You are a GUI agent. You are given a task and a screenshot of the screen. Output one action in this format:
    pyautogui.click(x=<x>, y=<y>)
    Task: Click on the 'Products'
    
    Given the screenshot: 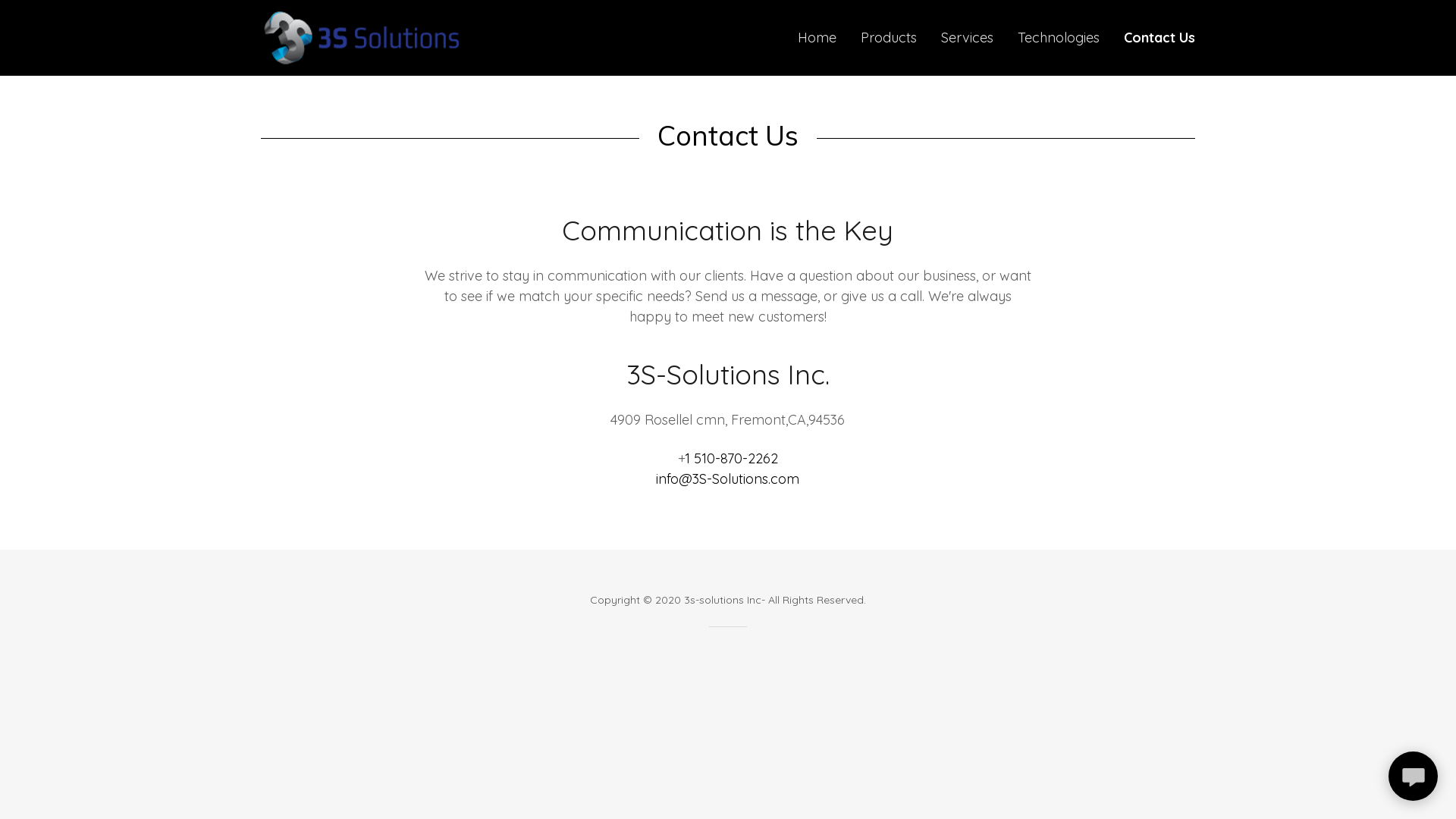 What is the action you would take?
    pyautogui.click(x=888, y=37)
    